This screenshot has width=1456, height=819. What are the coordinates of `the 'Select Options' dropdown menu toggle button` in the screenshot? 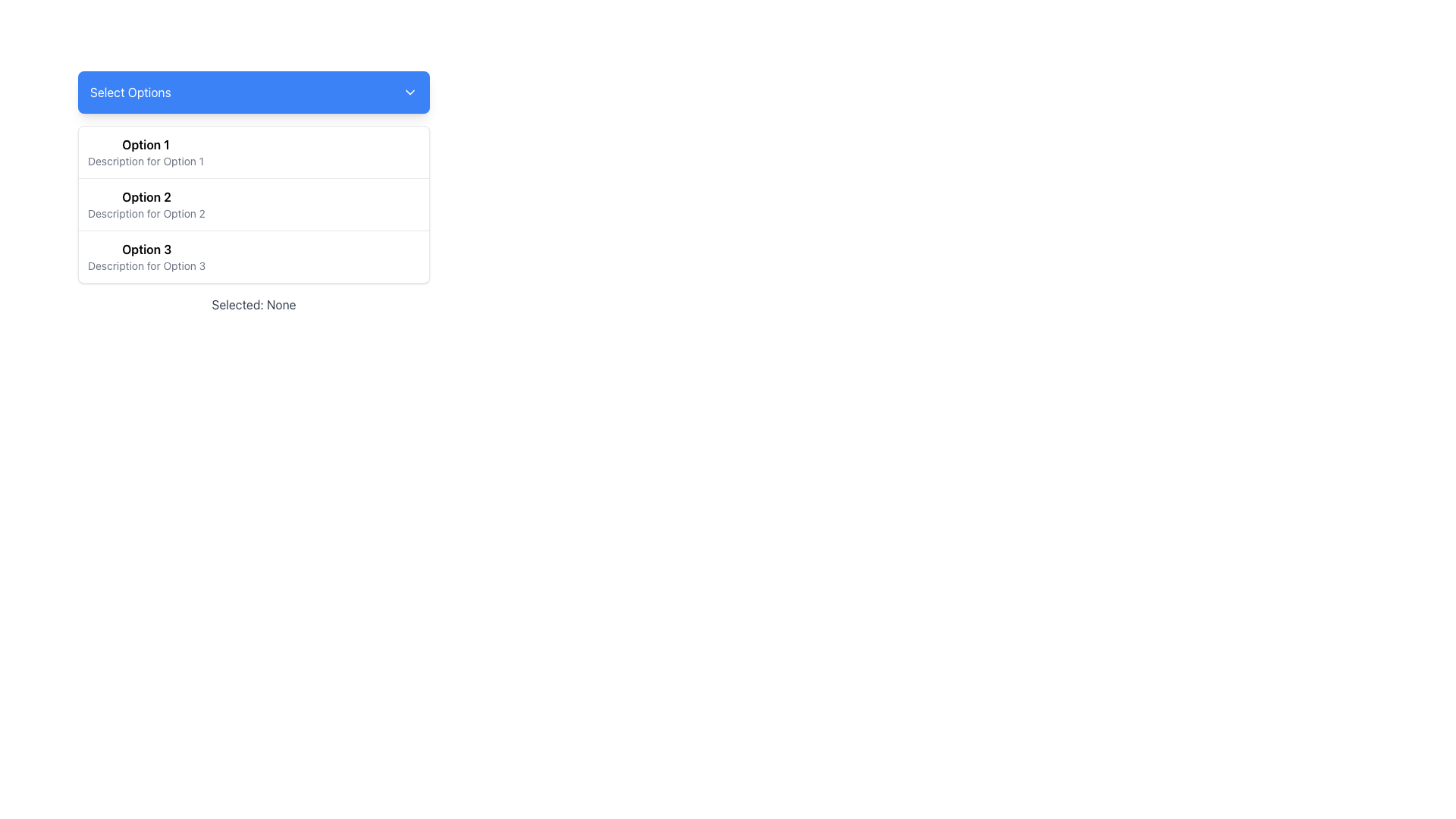 It's located at (254, 93).